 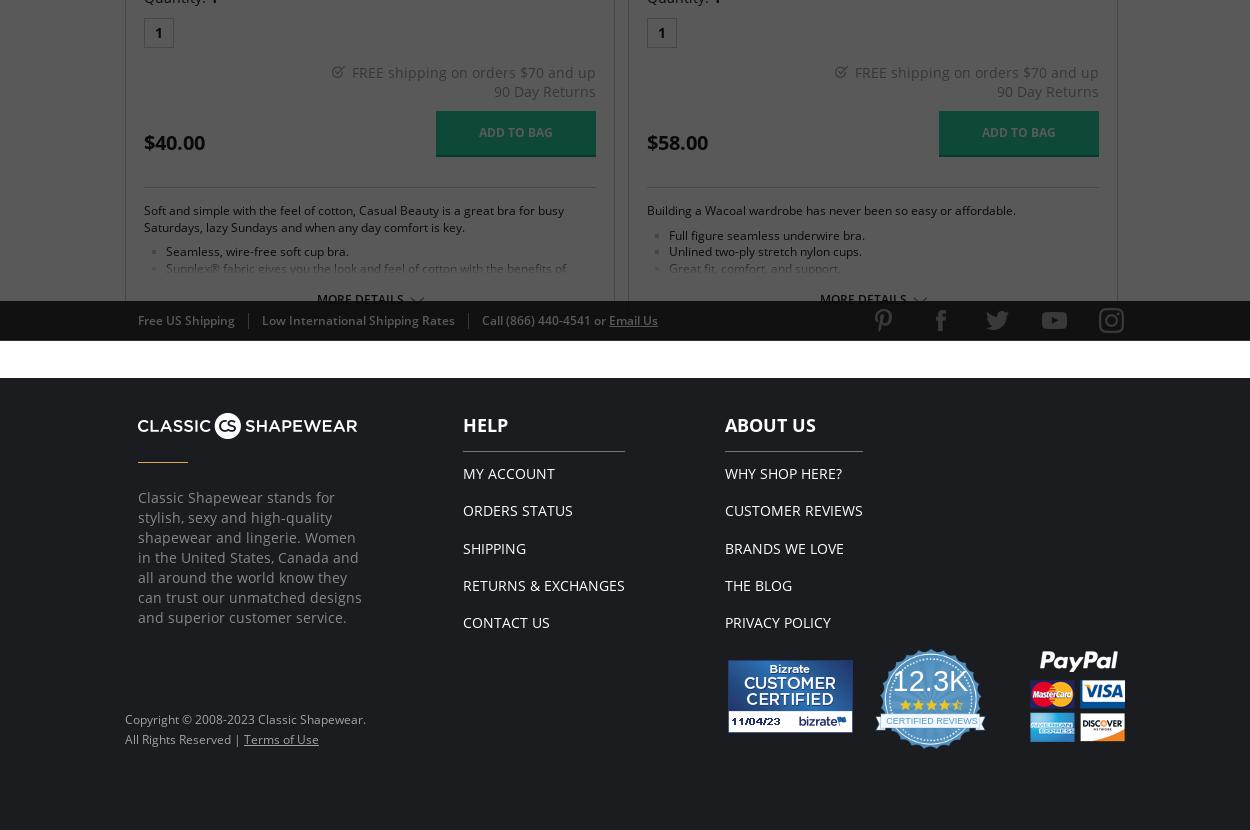 I want to click on 'Privacy Policy', so click(x=777, y=622).